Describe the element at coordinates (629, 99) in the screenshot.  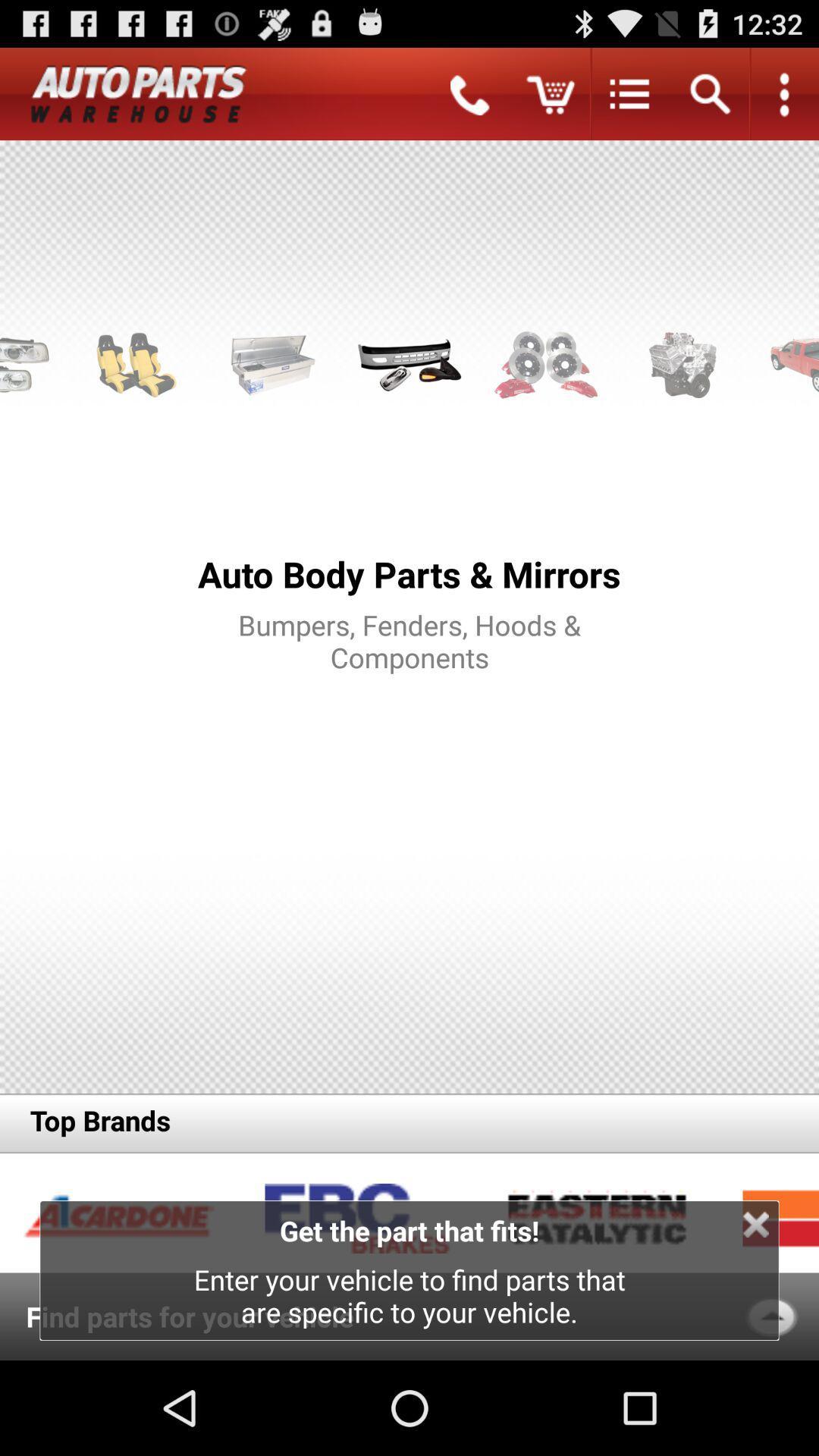
I see `the list icon` at that location.